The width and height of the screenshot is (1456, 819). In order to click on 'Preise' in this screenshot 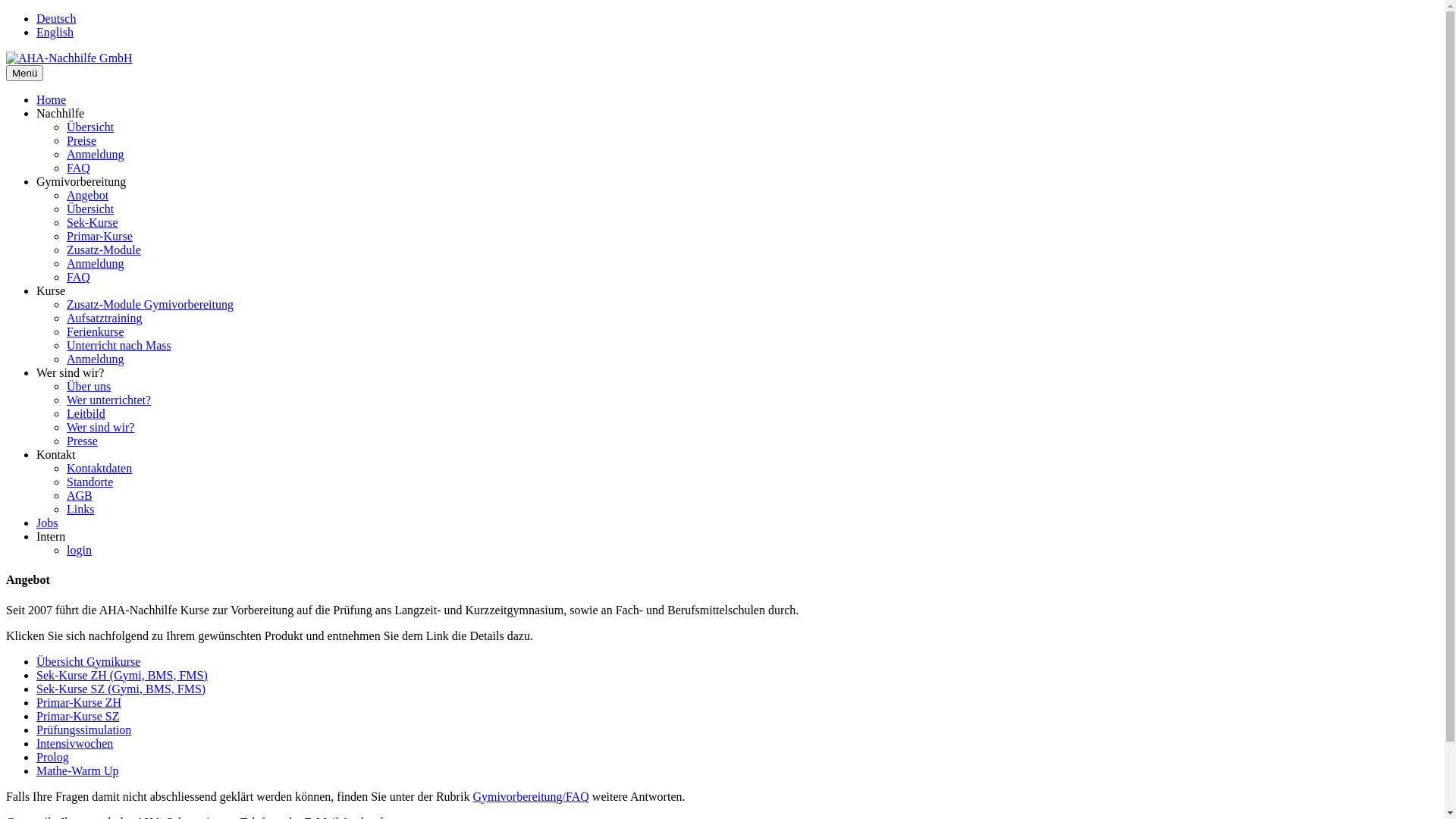, I will do `click(65, 140)`.